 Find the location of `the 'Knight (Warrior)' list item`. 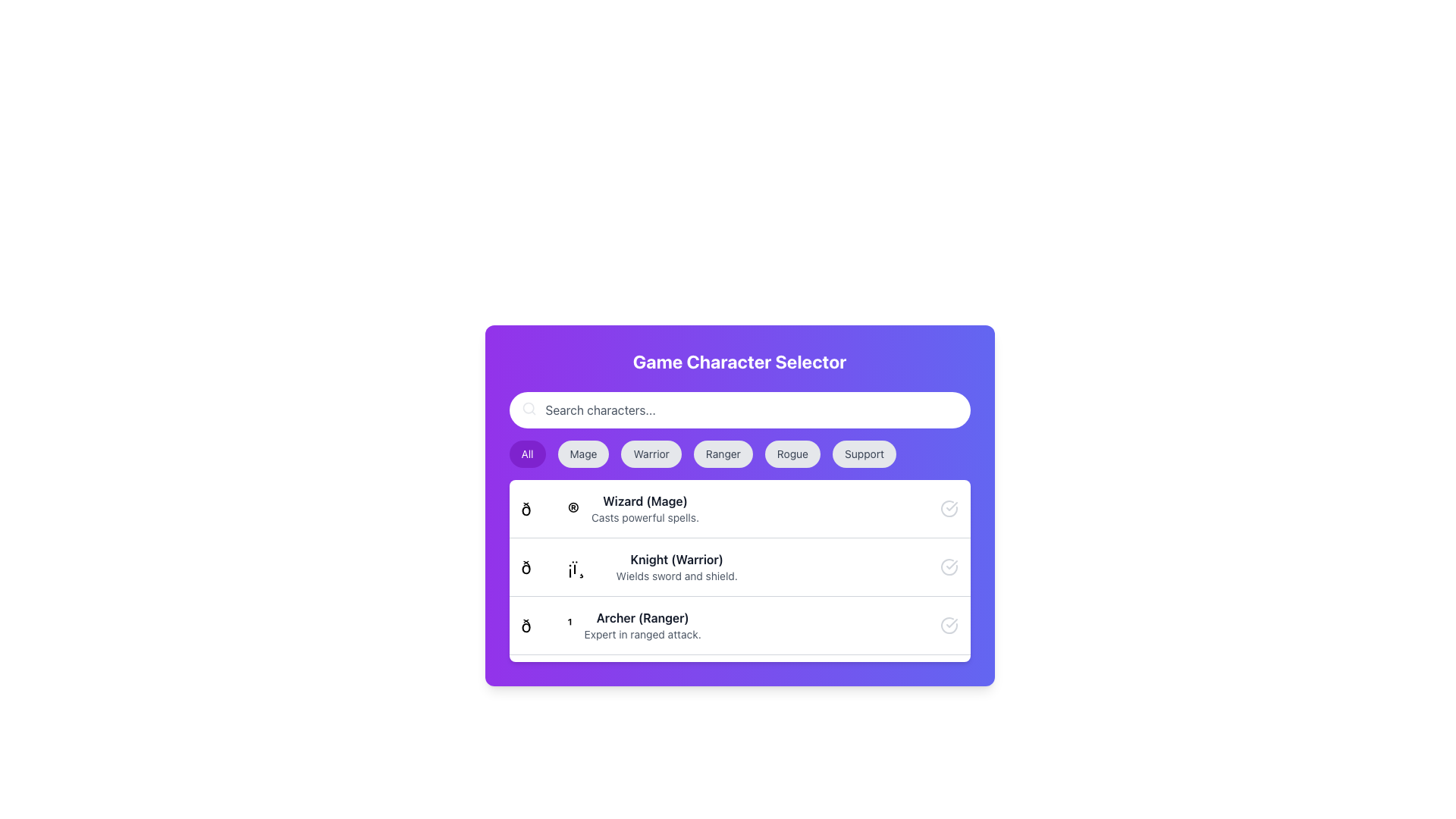

the 'Knight (Warrior)' list item is located at coordinates (739, 566).